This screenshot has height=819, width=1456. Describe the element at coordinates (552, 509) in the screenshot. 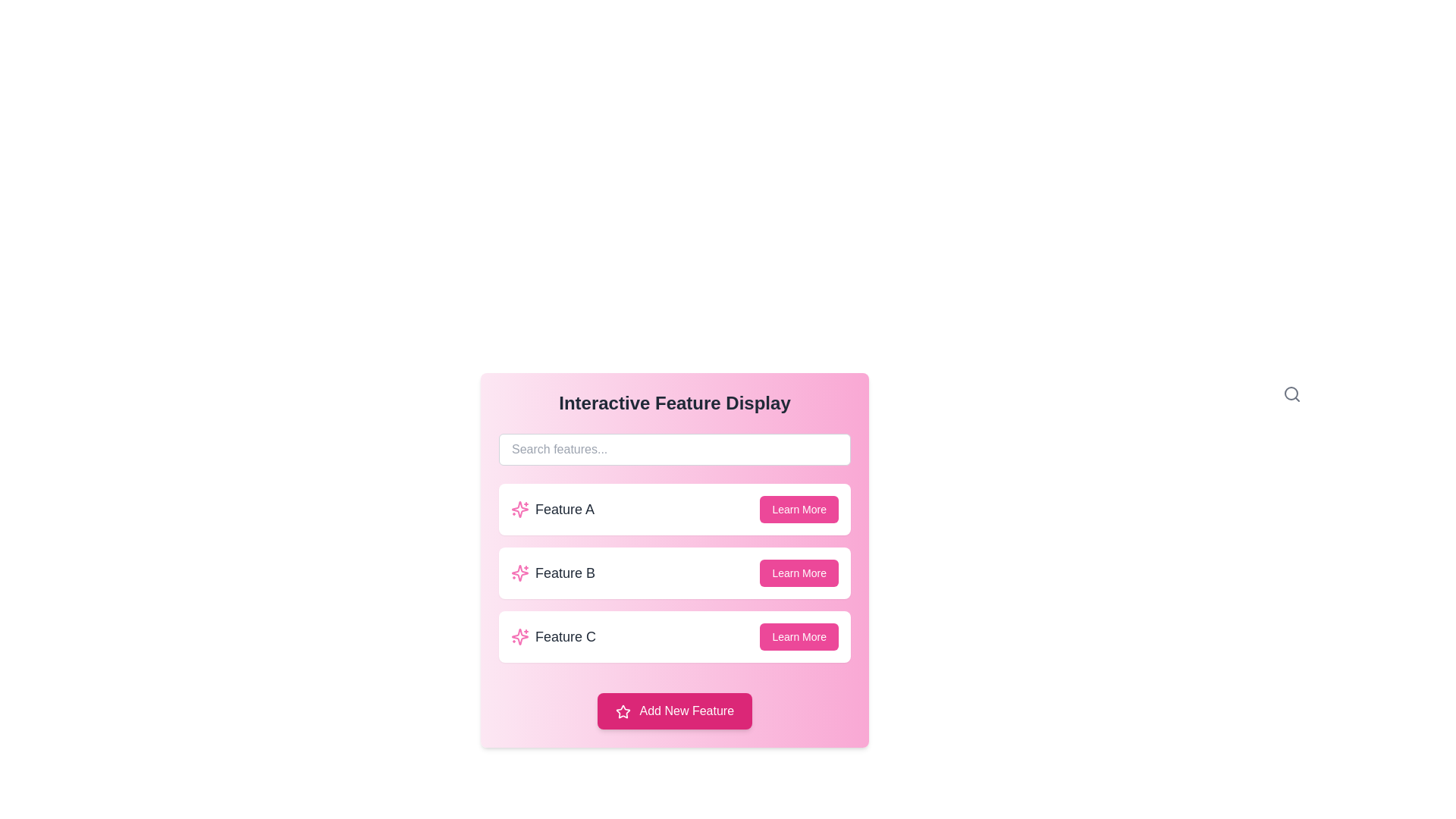

I see `the text label 'Feature A' which is styled in bold gray font and is accompanied by a pink star icon` at that location.